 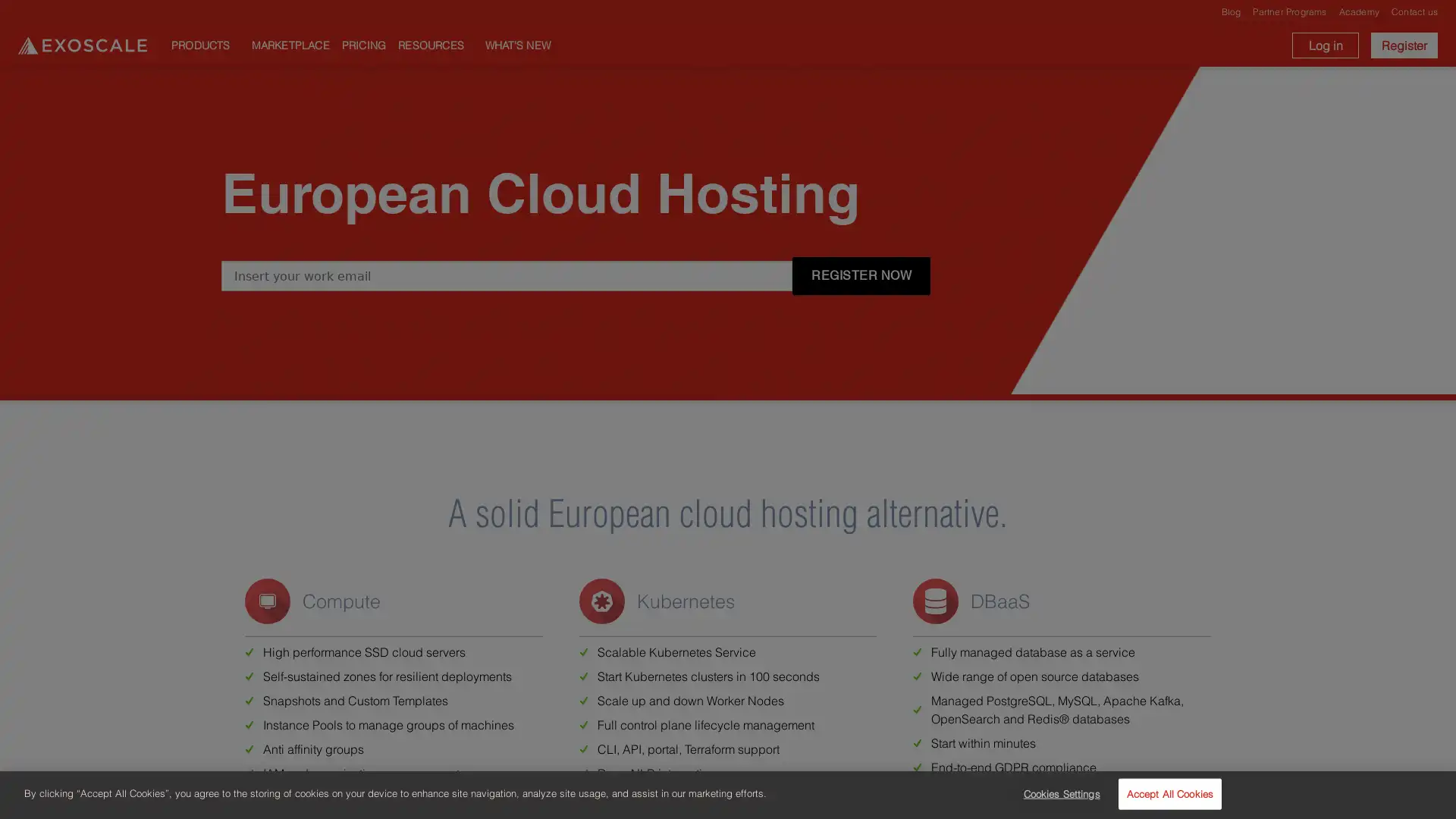 I want to click on Cookies Settings, so click(x=1056, y=792).